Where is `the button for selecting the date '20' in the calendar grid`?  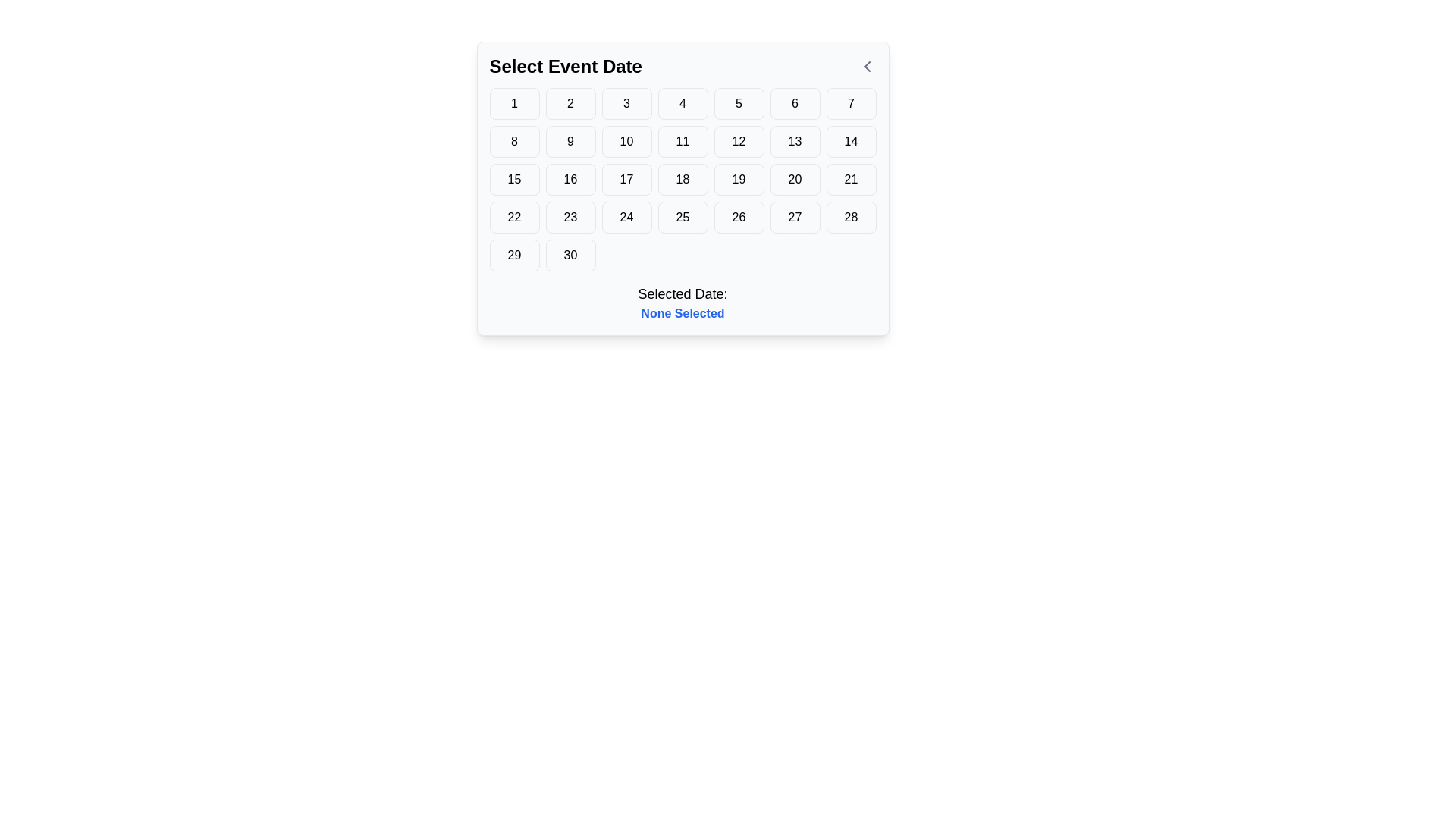
the button for selecting the date '20' in the calendar grid is located at coordinates (794, 178).